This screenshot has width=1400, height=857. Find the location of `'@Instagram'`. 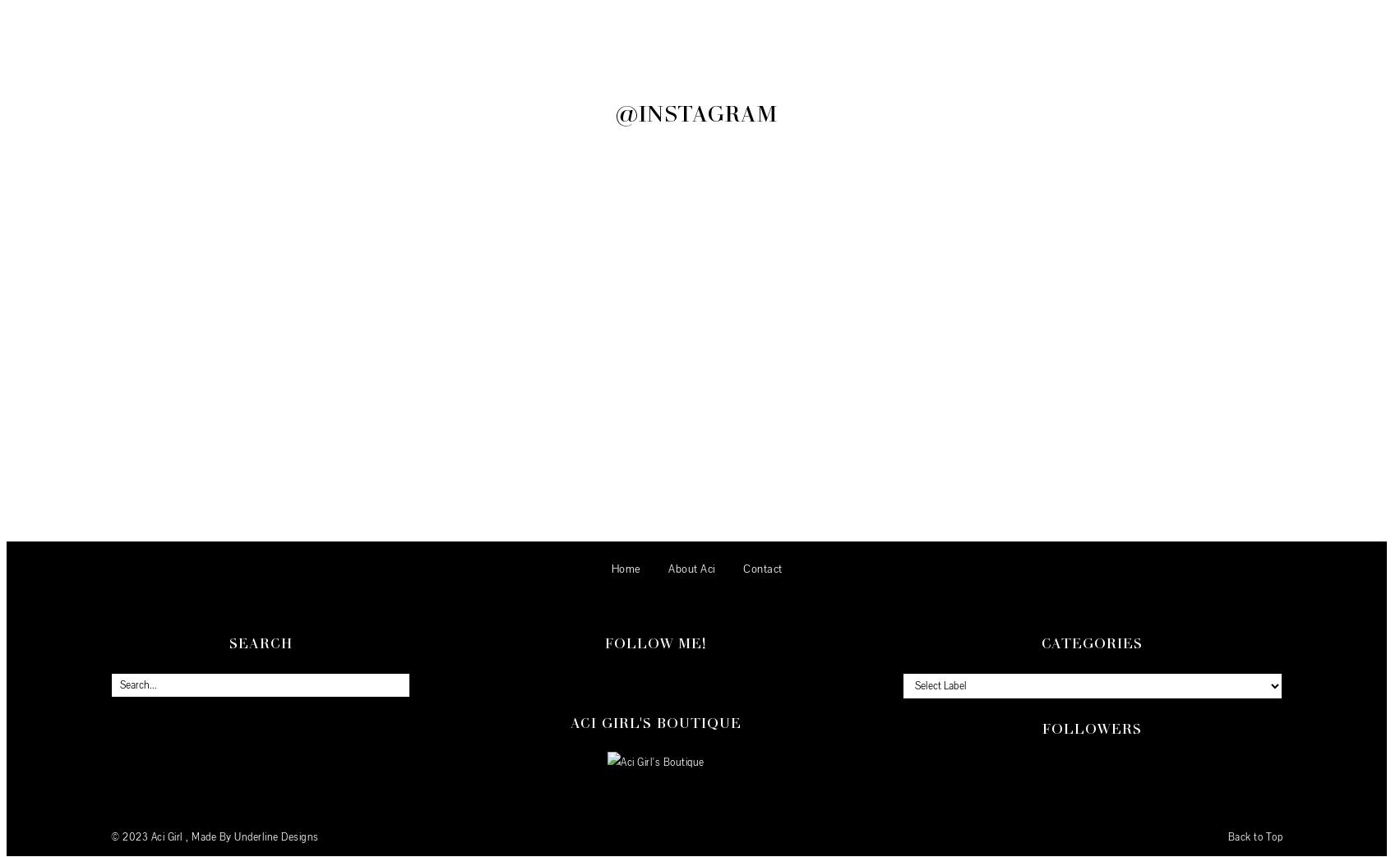

'@Instagram' is located at coordinates (696, 113).